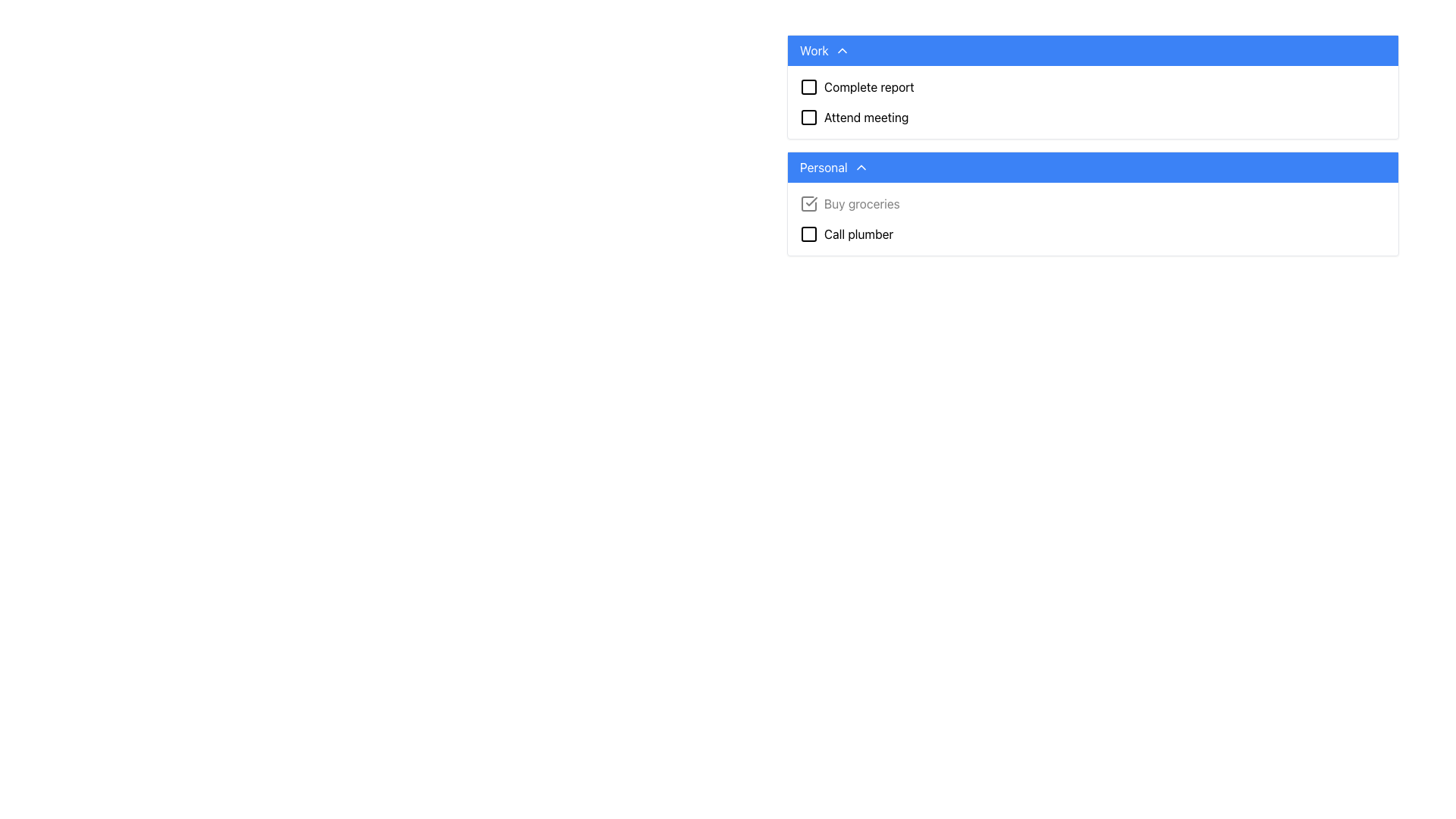 The image size is (1456, 819). What do you see at coordinates (1093, 87) in the screenshot?
I see `on the checkbox labeled 'Complete report' in the 'Work' section` at bounding box center [1093, 87].